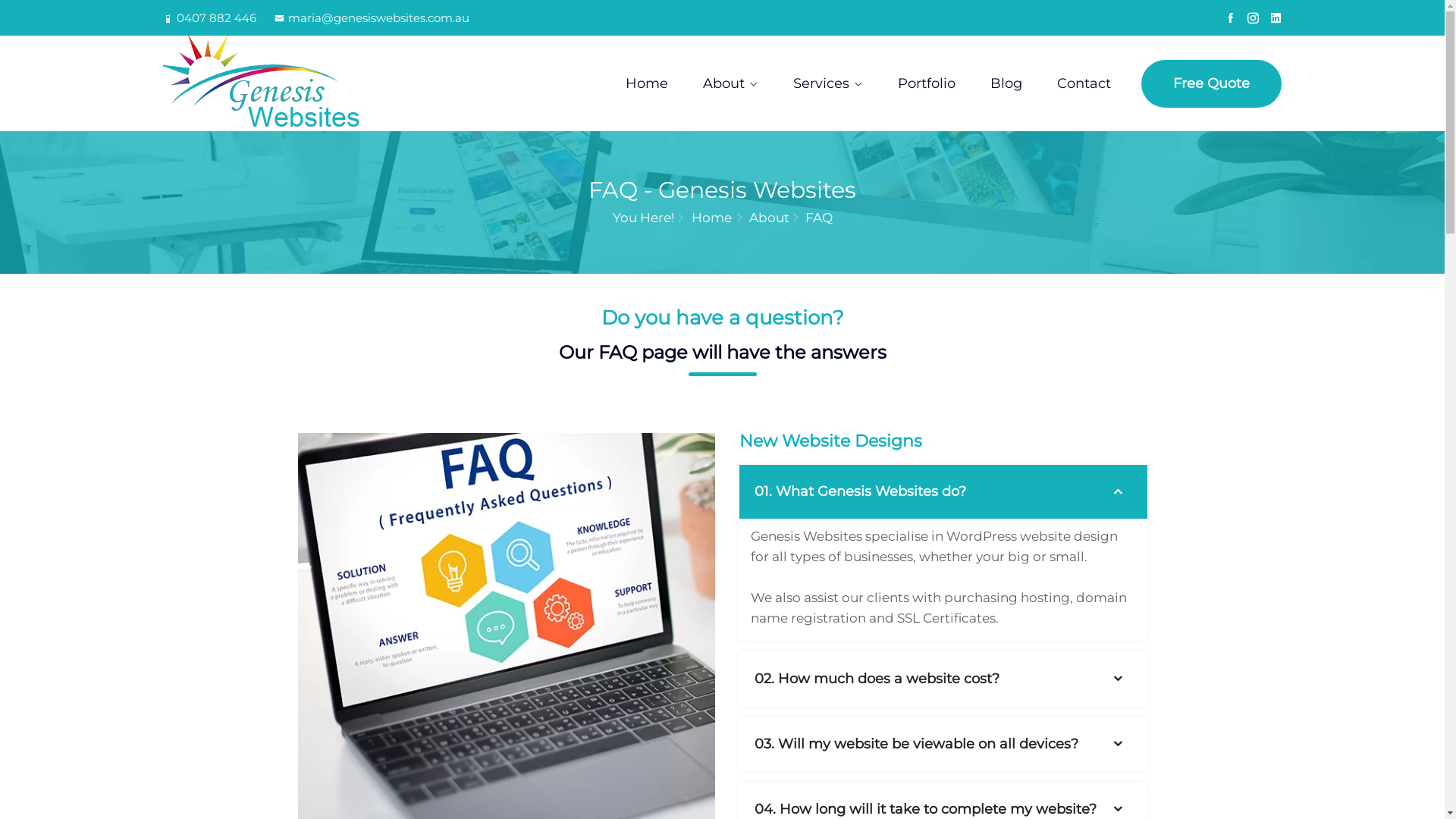  Describe the element at coordinates (711, 217) in the screenshot. I see `'Home'` at that location.